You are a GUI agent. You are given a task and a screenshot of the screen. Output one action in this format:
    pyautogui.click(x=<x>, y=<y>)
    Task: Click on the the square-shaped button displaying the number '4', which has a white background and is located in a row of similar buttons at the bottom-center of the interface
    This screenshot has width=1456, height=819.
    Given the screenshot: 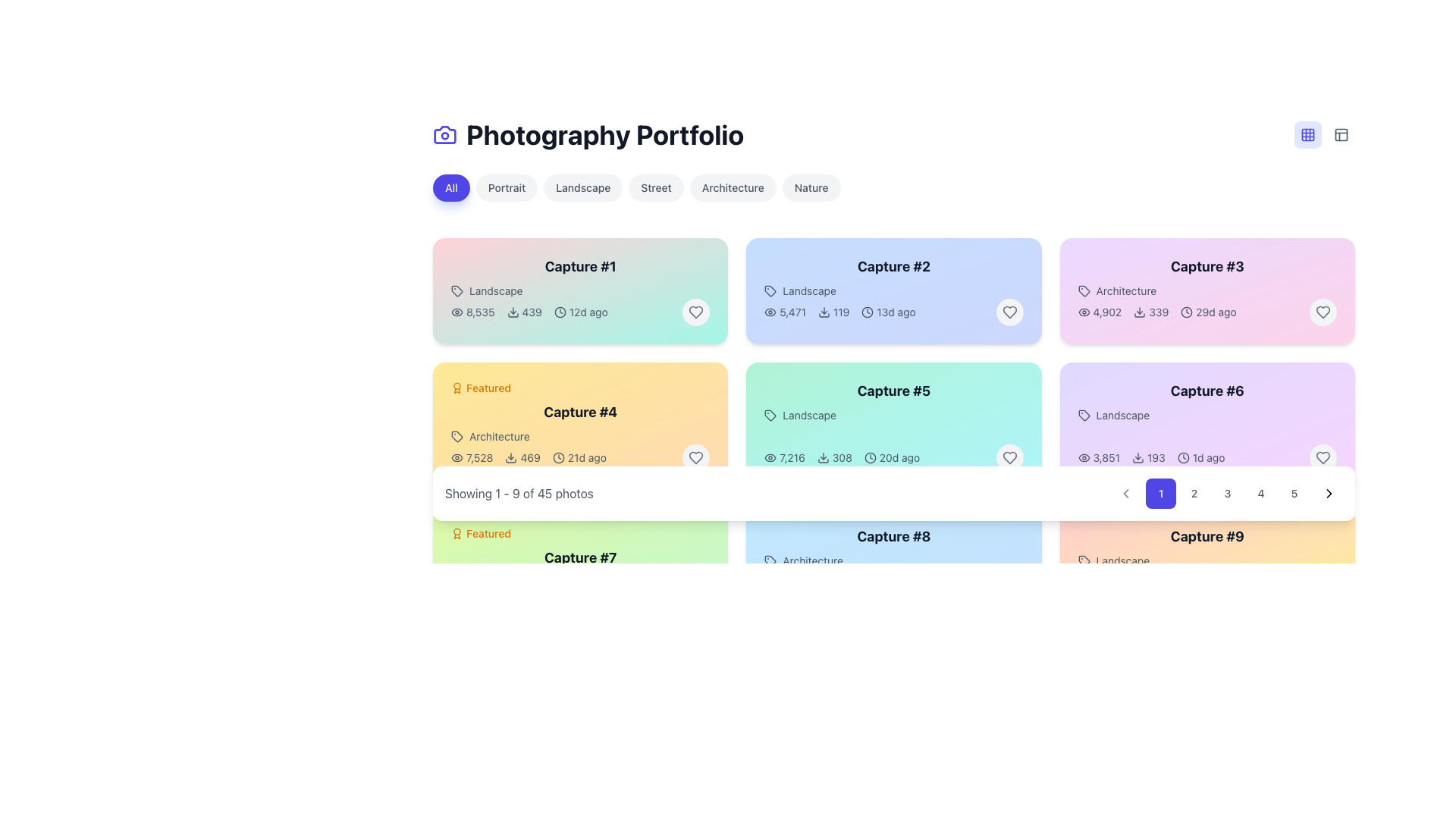 What is the action you would take?
    pyautogui.click(x=1260, y=494)
    